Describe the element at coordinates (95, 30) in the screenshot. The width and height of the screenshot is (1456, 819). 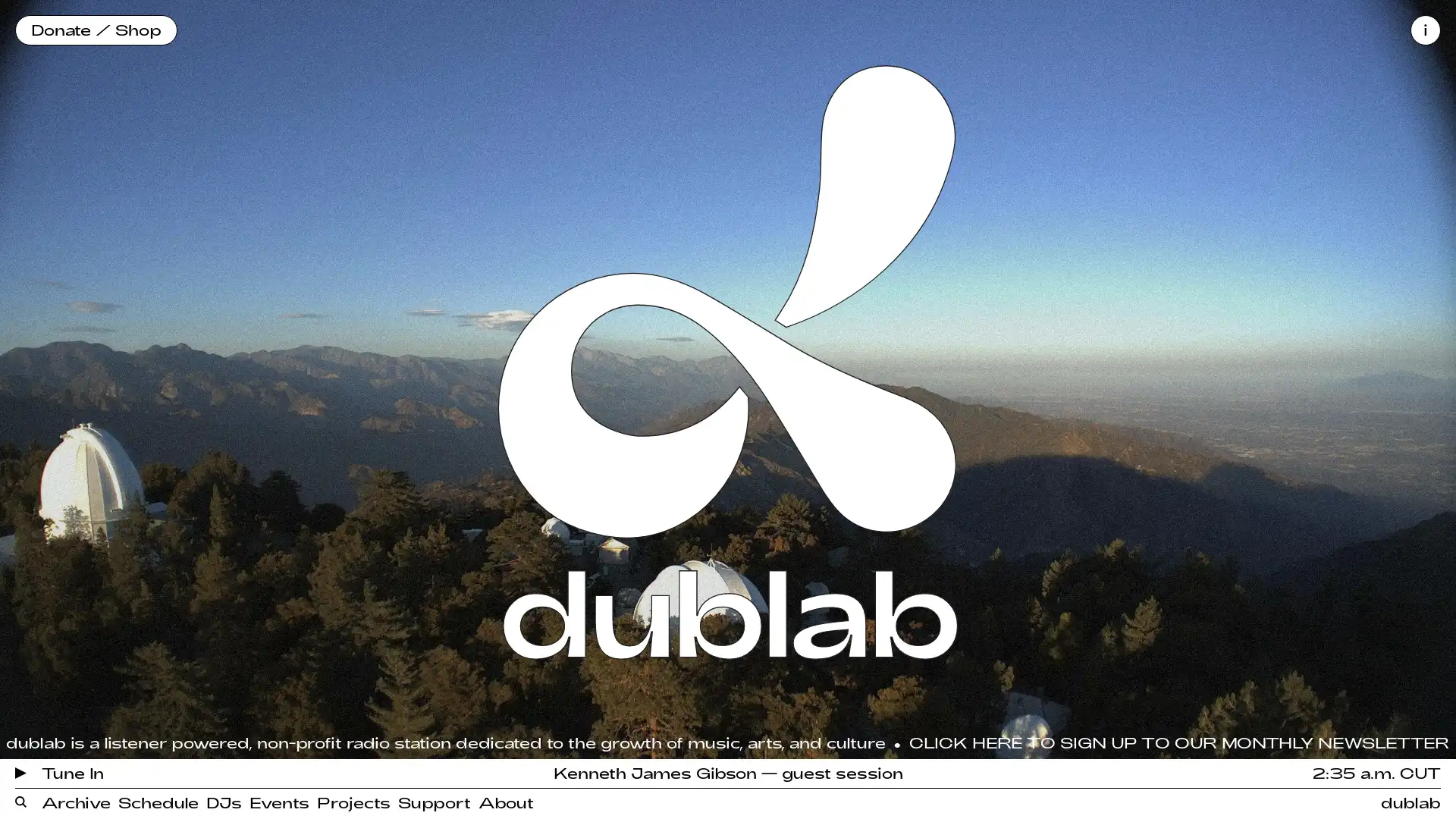
I see `Donate / Shop` at that location.